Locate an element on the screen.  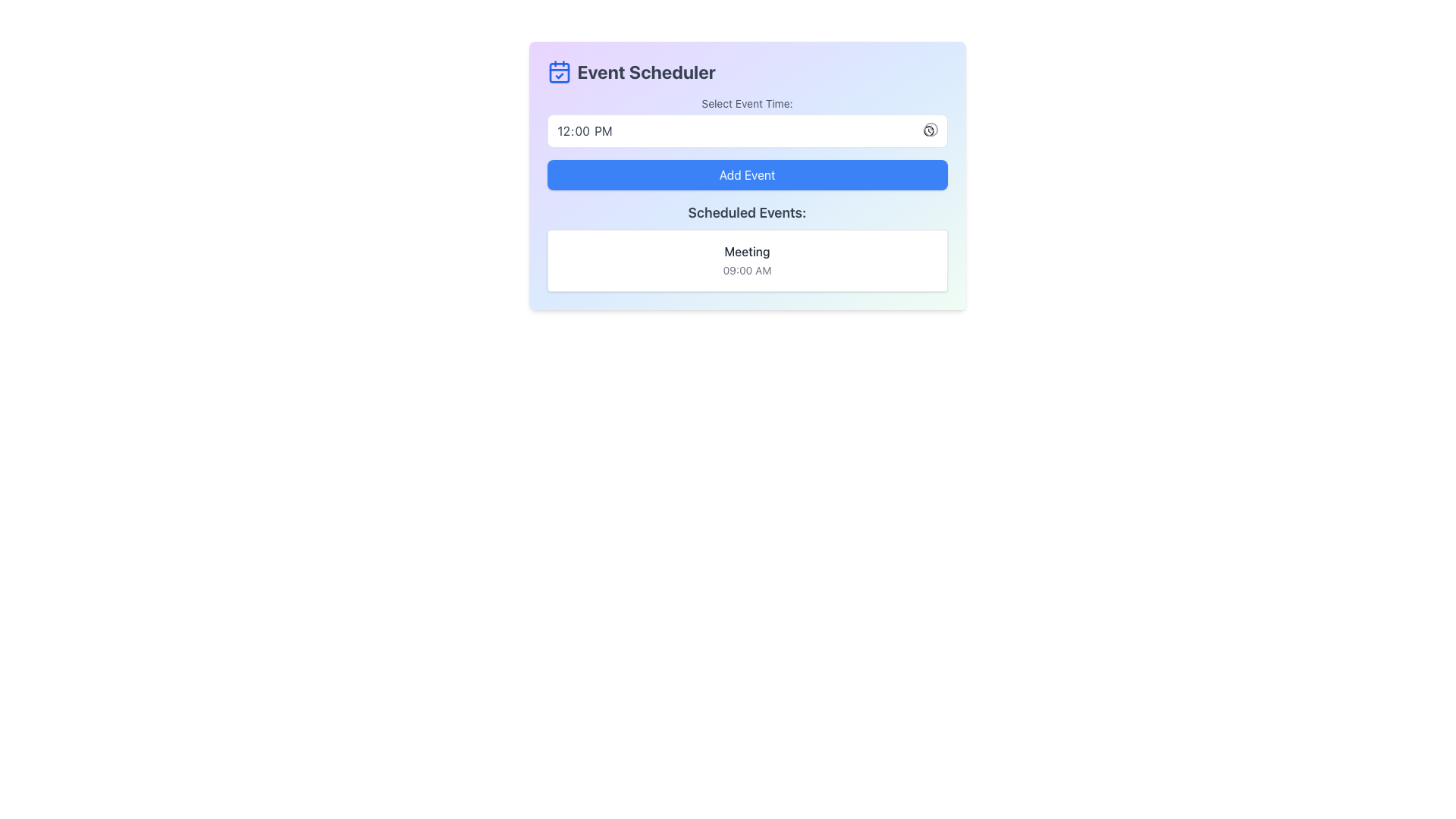
the informational text display section that outlines scheduled events, specifically the area under the header 'Scheduled Events:' and above the event details 'Meeting' at '09:00 AM' is located at coordinates (747, 246).